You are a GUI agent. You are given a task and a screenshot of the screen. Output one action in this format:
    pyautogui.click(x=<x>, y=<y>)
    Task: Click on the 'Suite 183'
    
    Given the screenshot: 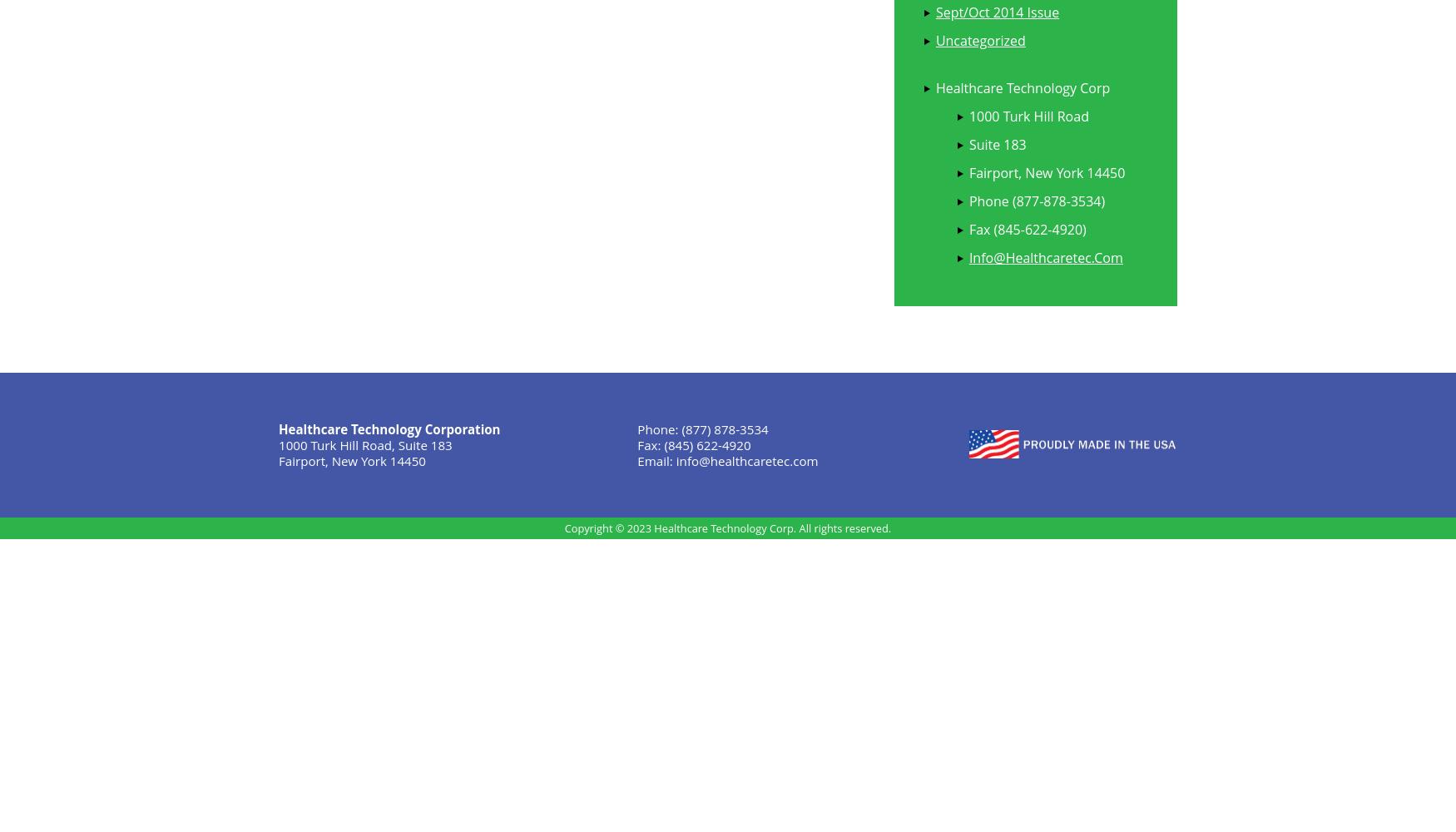 What is the action you would take?
    pyautogui.click(x=997, y=145)
    